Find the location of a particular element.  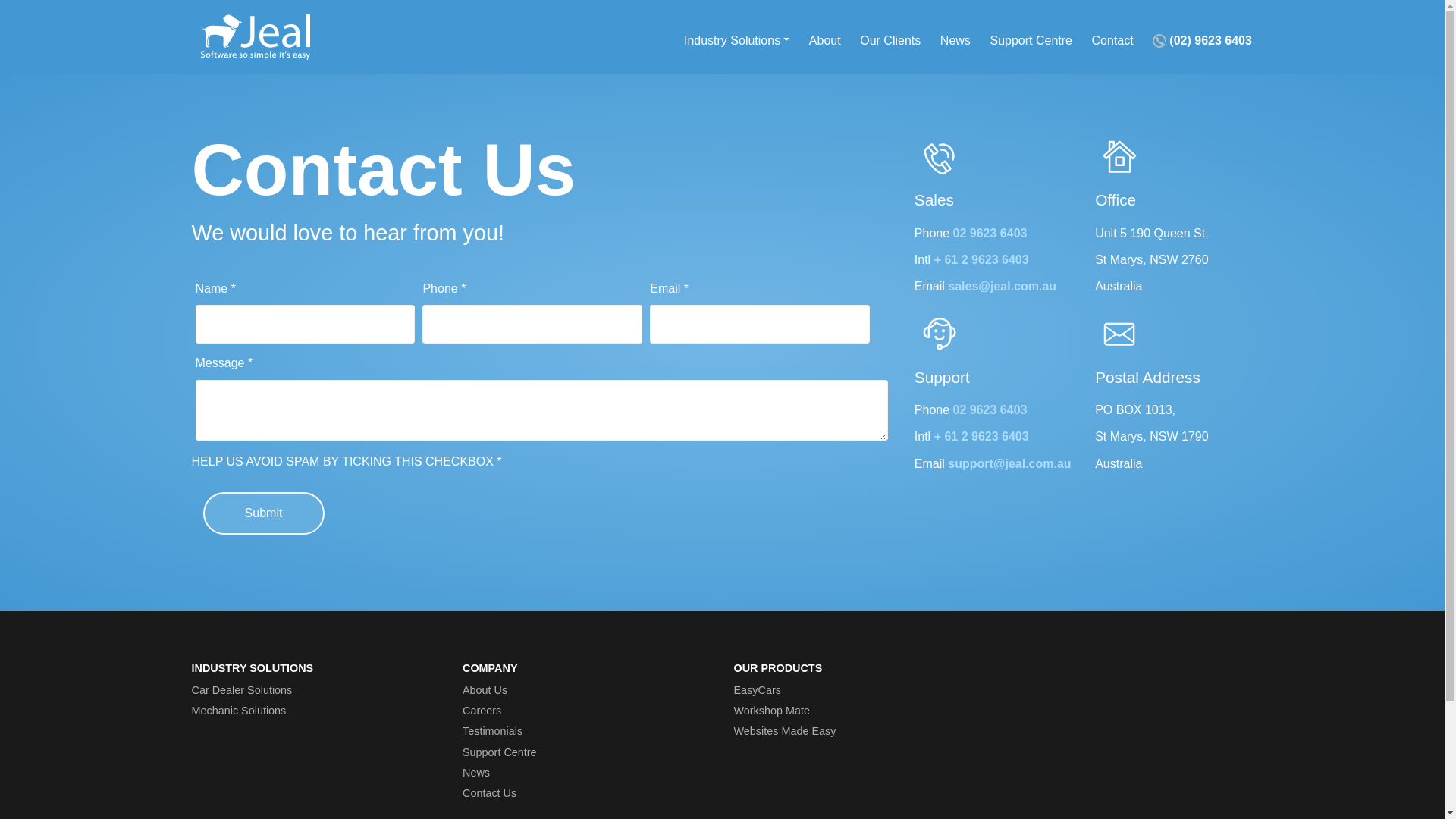

'support@jeal.com.au' is located at coordinates (1009, 462).